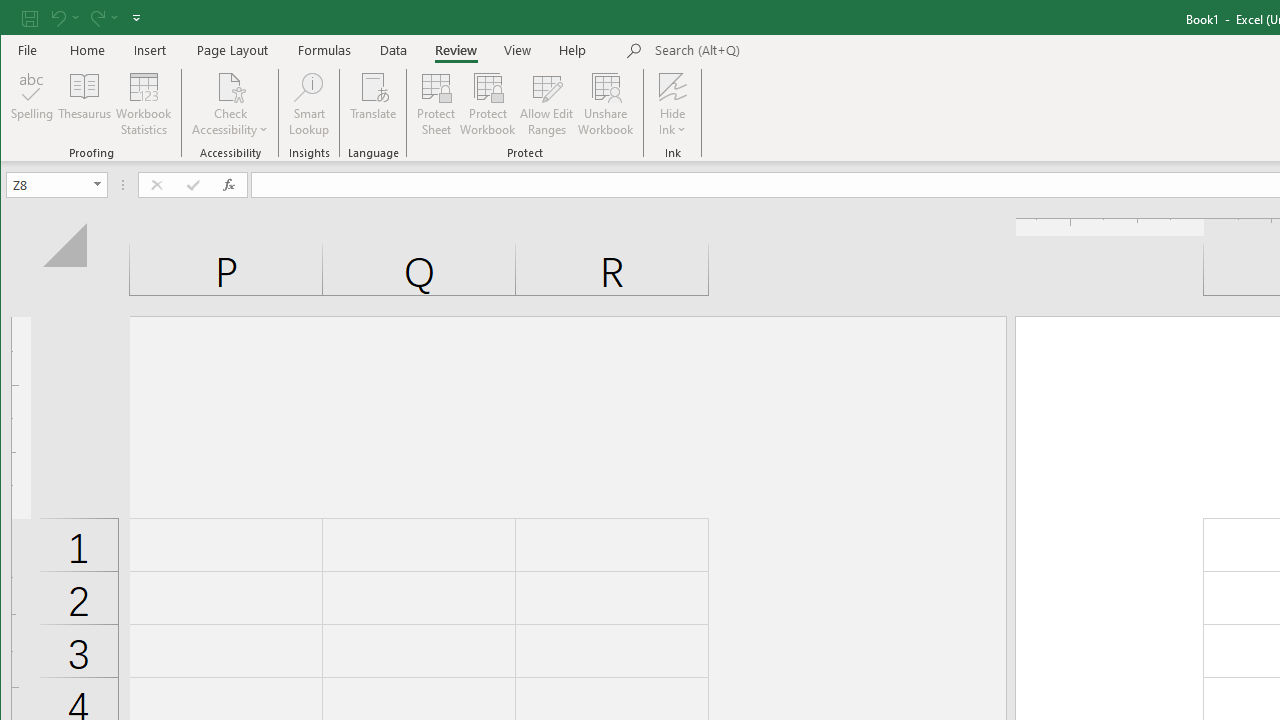  What do you see at coordinates (672, 123) in the screenshot?
I see `'More Options'` at bounding box center [672, 123].